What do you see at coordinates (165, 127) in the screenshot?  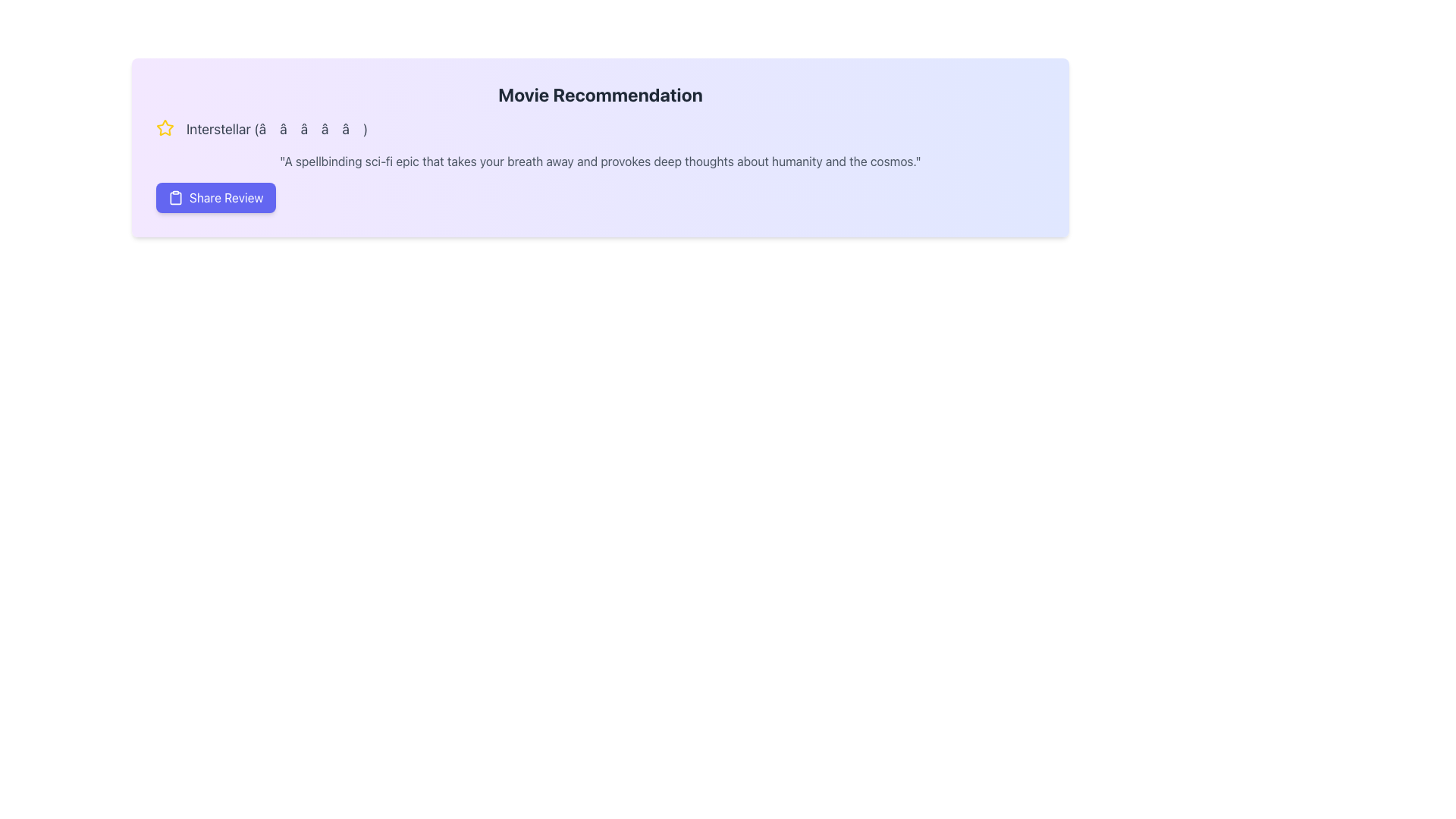 I see `the star-shaped icon with a yellow outline and filled white center, which is the first of five stars before the text 'Interstellar'` at bounding box center [165, 127].